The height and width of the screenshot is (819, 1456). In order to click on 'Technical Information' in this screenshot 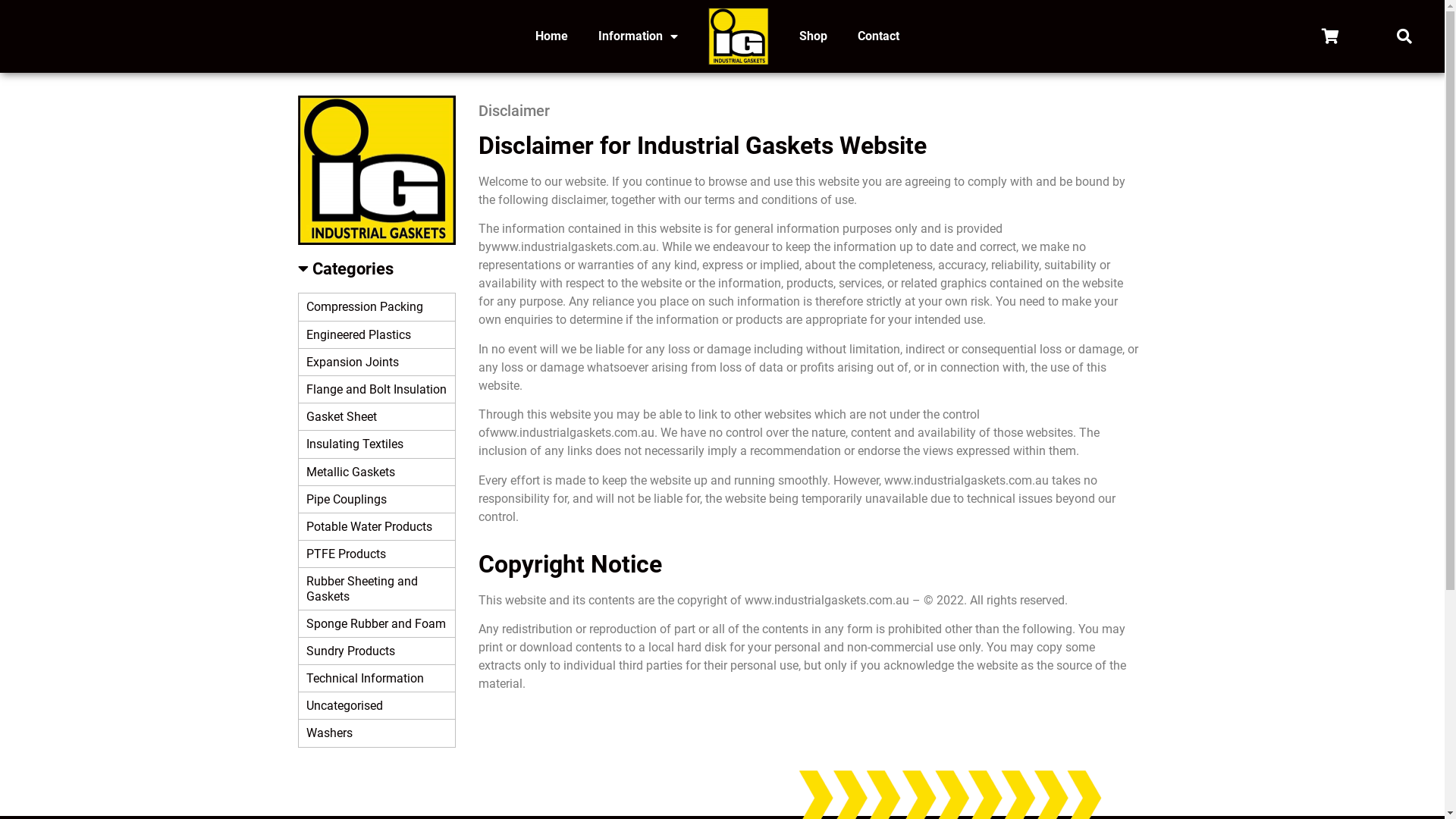, I will do `click(377, 677)`.